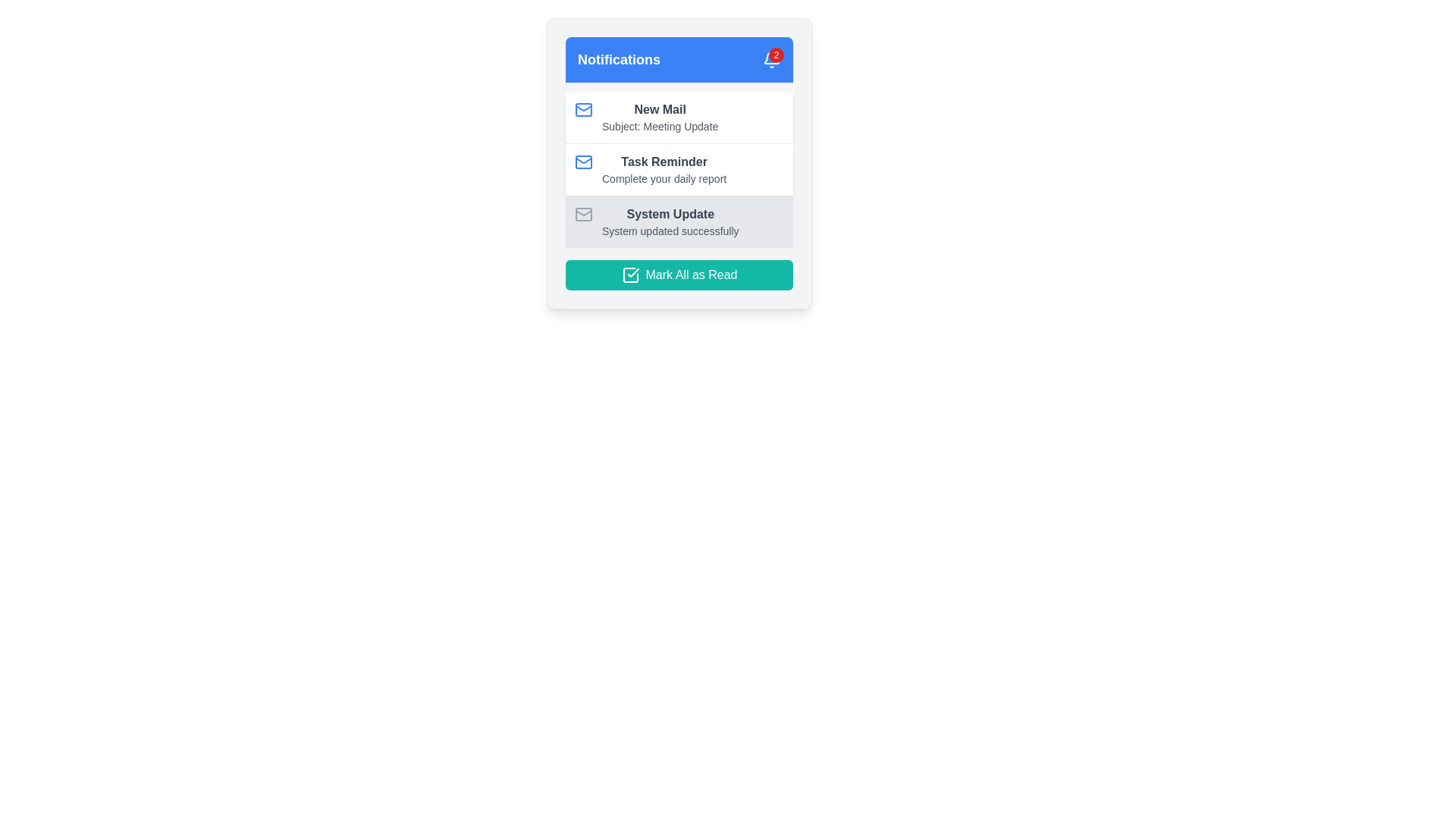  What do you see at coordinates (691, 275) in the screenshot?
I see `the 'Mark All as Read' text label located within the teal-colored button at the bottom of the notification panel` at bounding box center [691, 275].